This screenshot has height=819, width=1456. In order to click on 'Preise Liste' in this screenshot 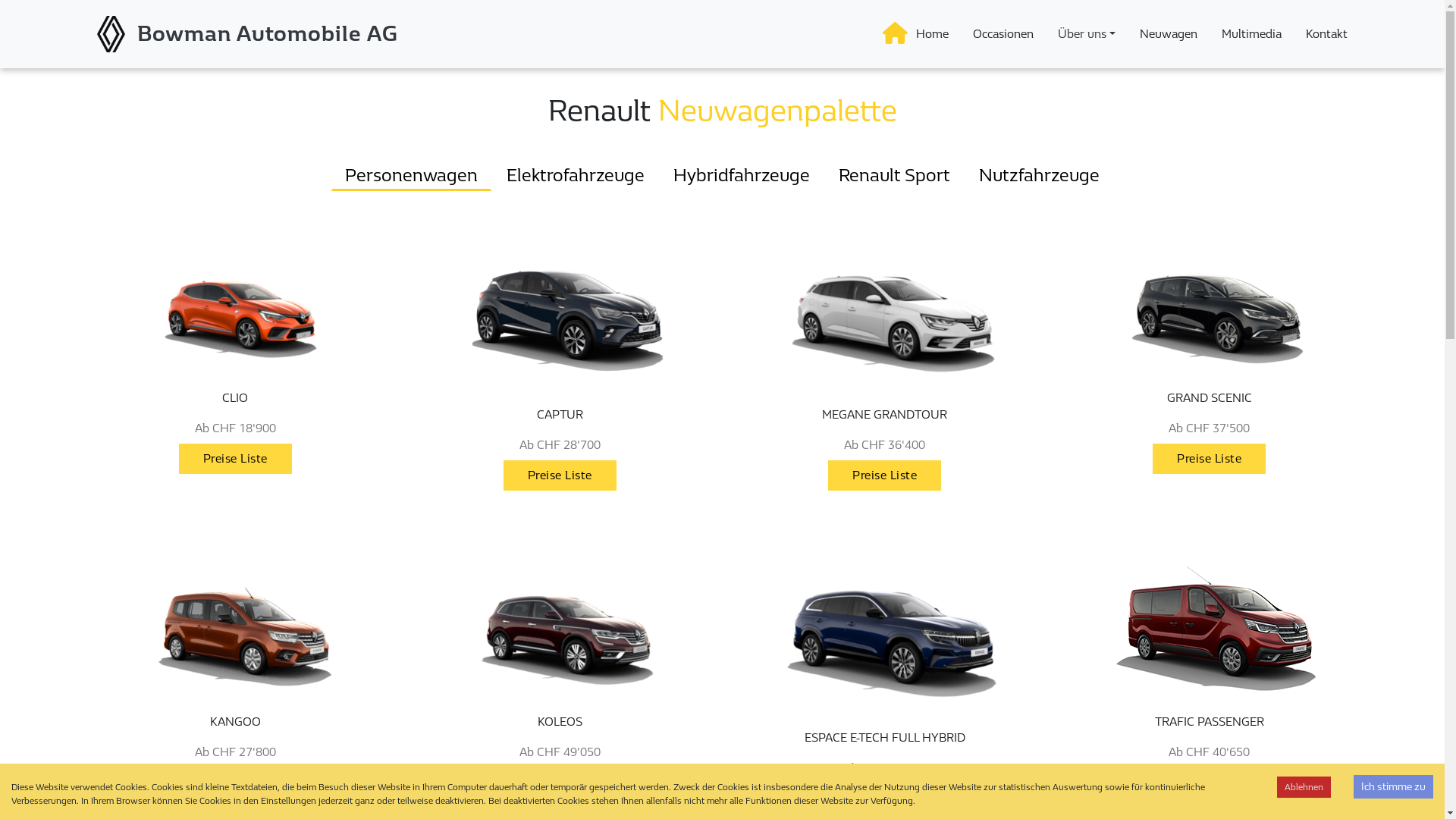, I will do `click(884, 798)`.